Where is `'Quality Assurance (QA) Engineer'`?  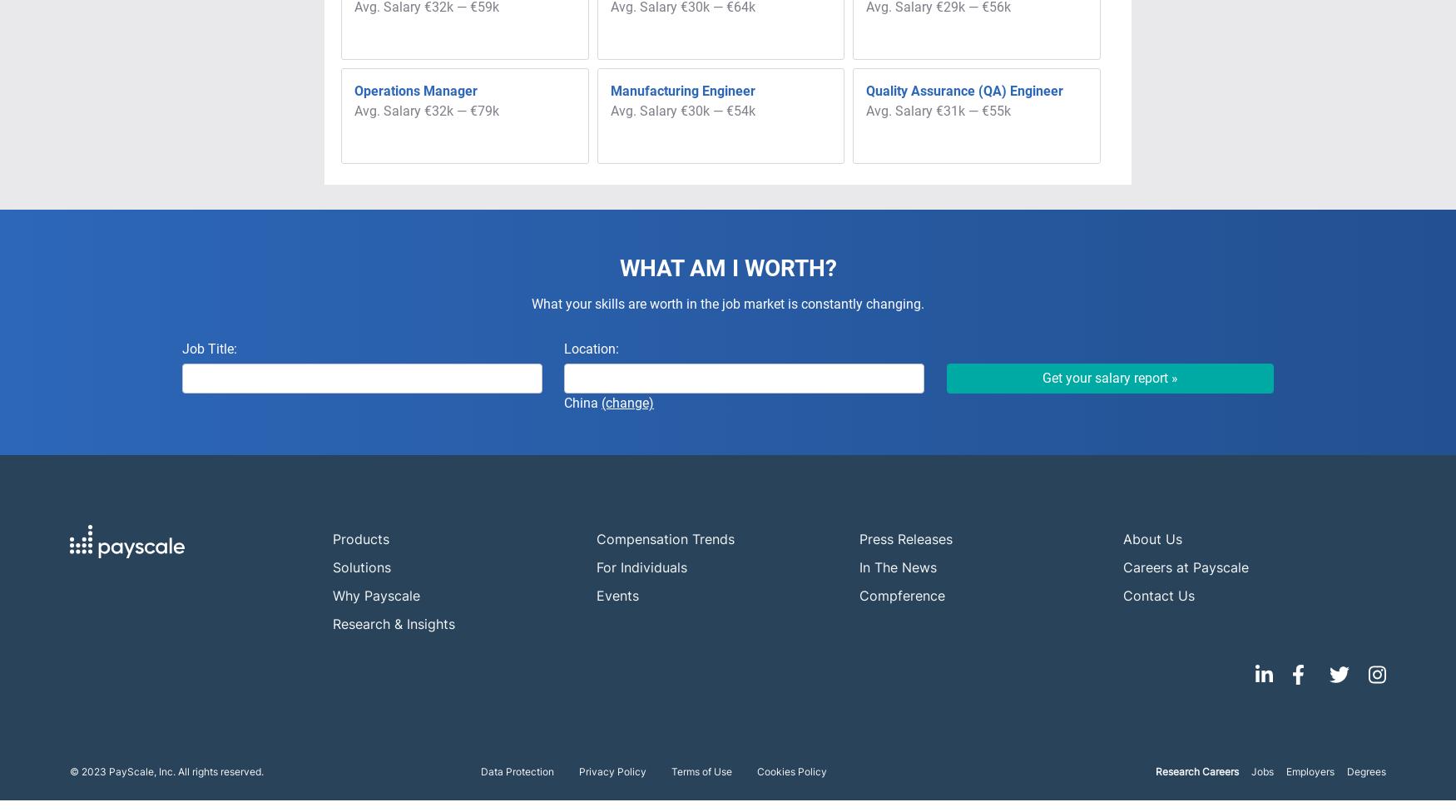 'Quality Assurance (QA) Engineer' is located at coordinates (963, 91).